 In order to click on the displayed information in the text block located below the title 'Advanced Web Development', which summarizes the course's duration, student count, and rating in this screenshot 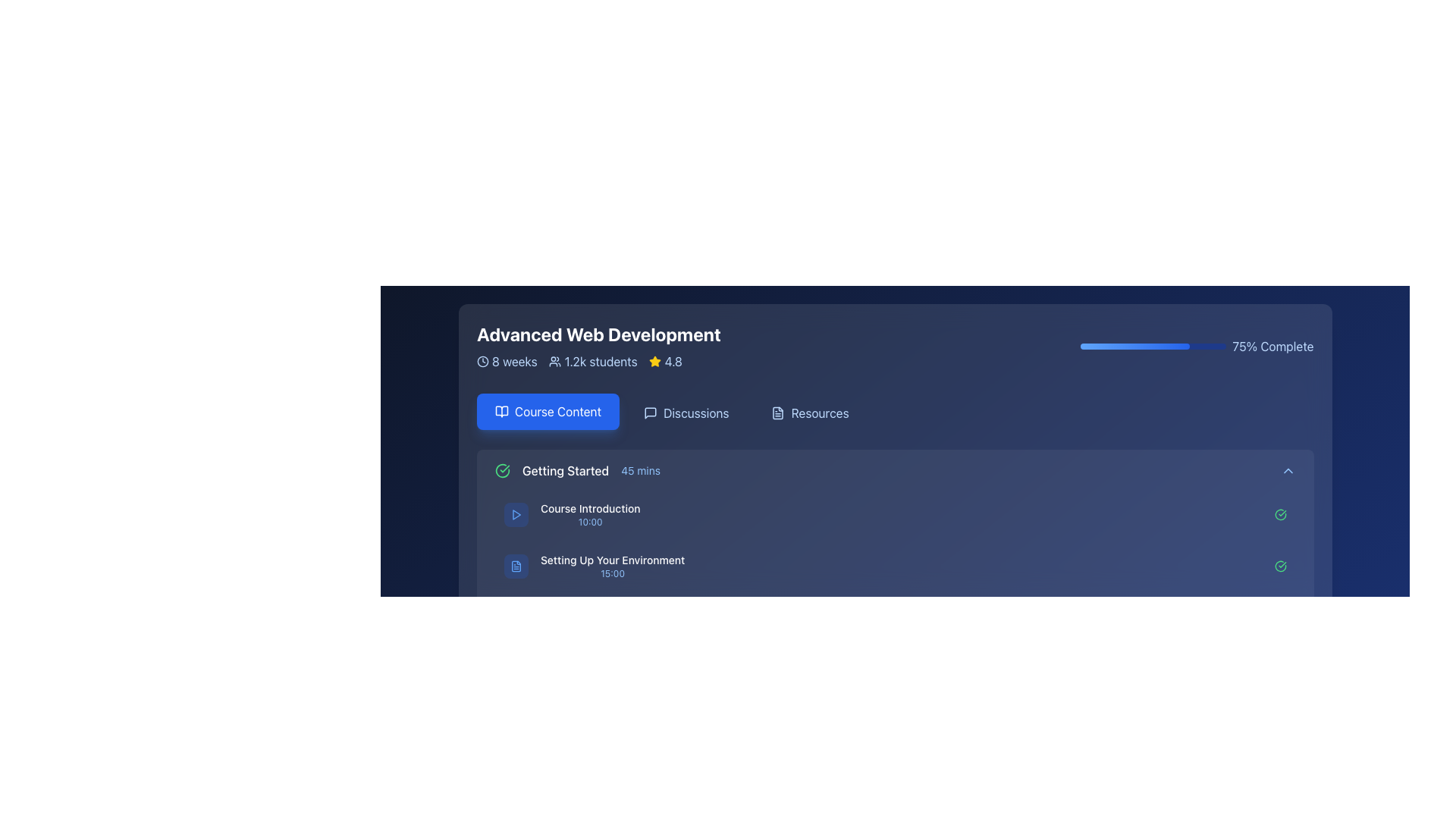, I will do `click(598, 362)`.